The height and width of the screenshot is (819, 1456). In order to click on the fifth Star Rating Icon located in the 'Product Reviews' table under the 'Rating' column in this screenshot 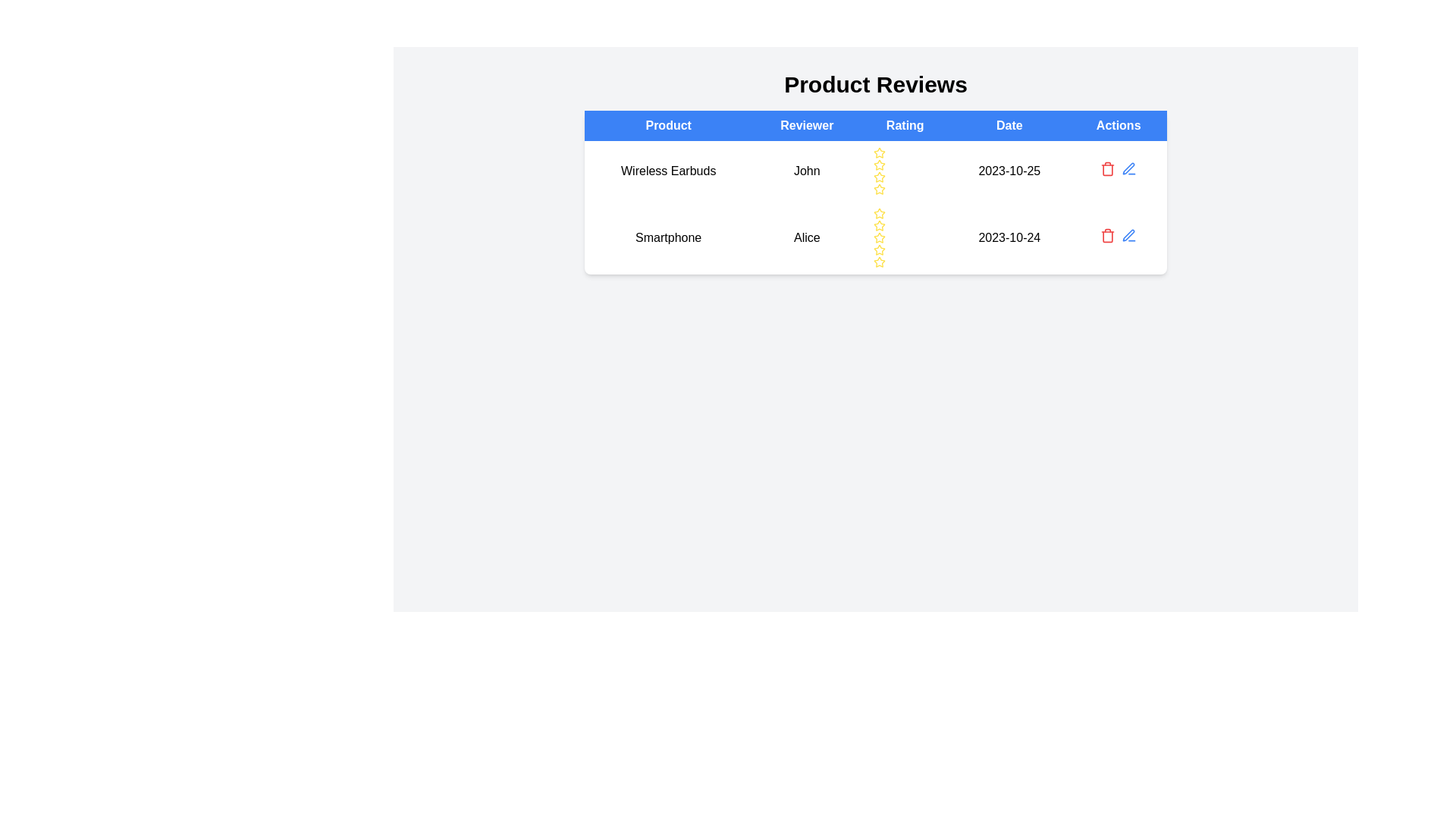, I will do `click(880, 261)`.